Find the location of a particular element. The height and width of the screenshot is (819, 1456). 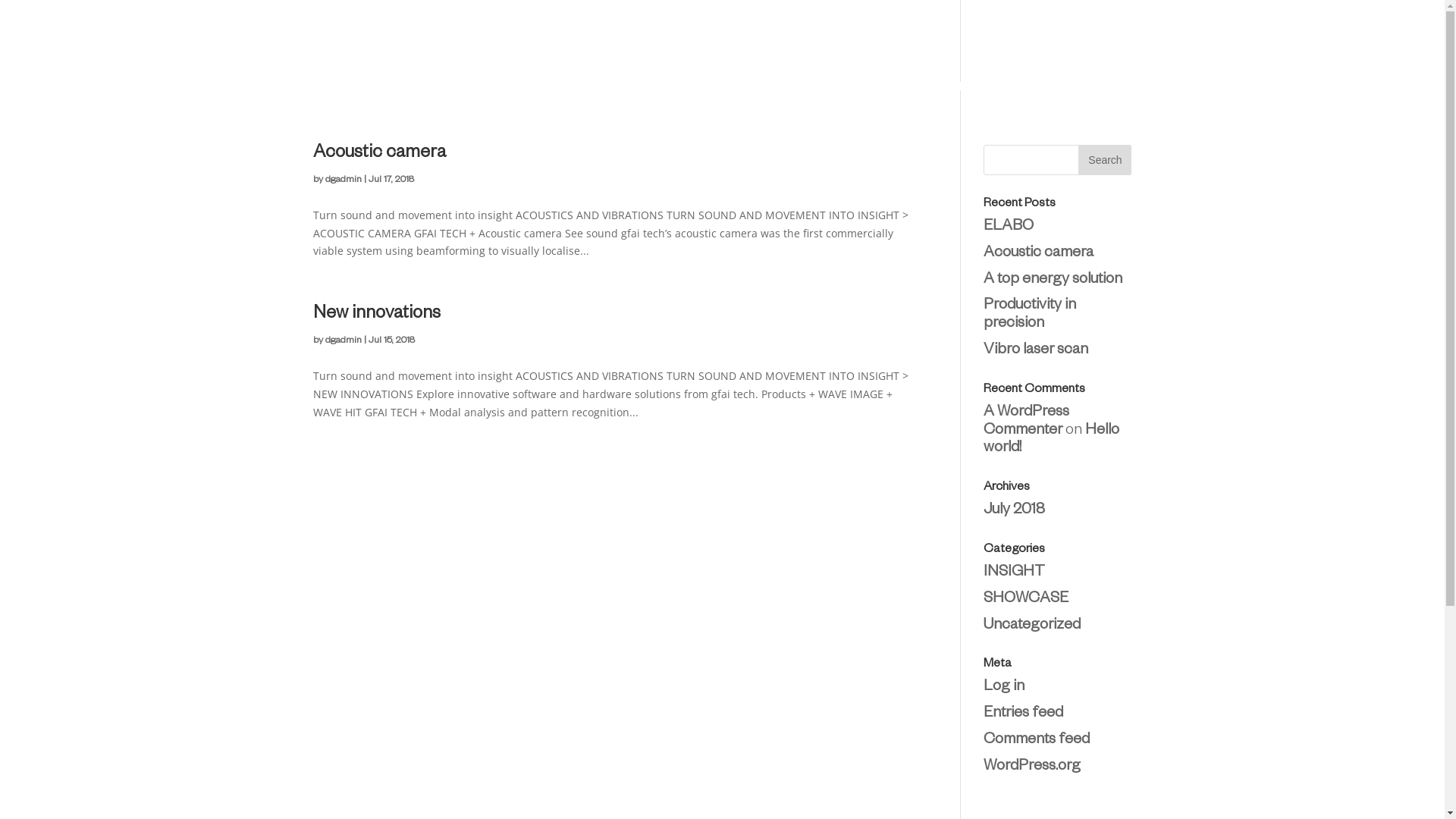

'A top energy solution' is located at coordinates (1052, 281).